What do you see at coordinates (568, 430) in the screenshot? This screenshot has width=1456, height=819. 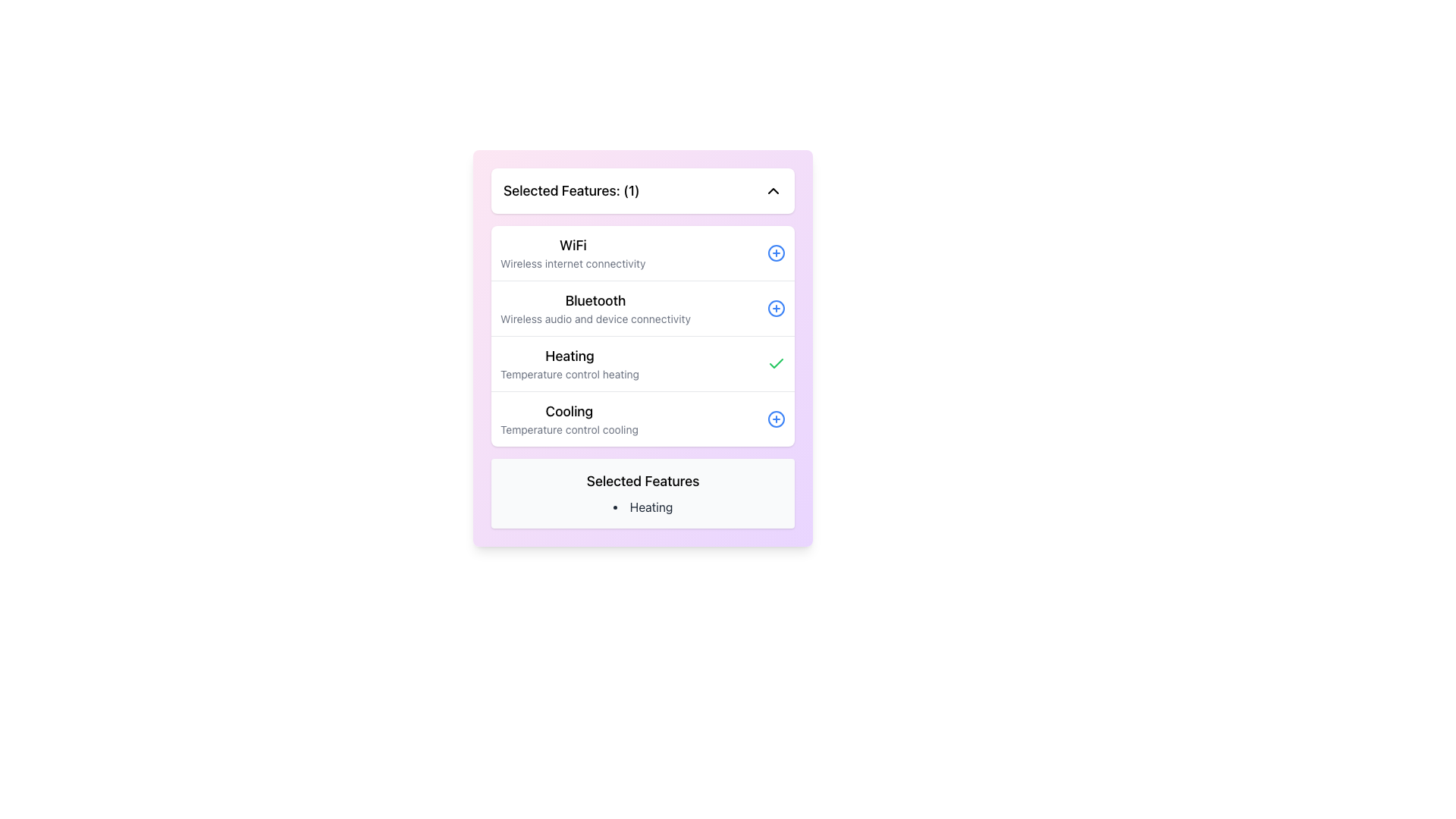 I see `the text label reading 'Temperature control cooling' located below the heading 'Cooling' in the interface` at bounding box center [568, 430].